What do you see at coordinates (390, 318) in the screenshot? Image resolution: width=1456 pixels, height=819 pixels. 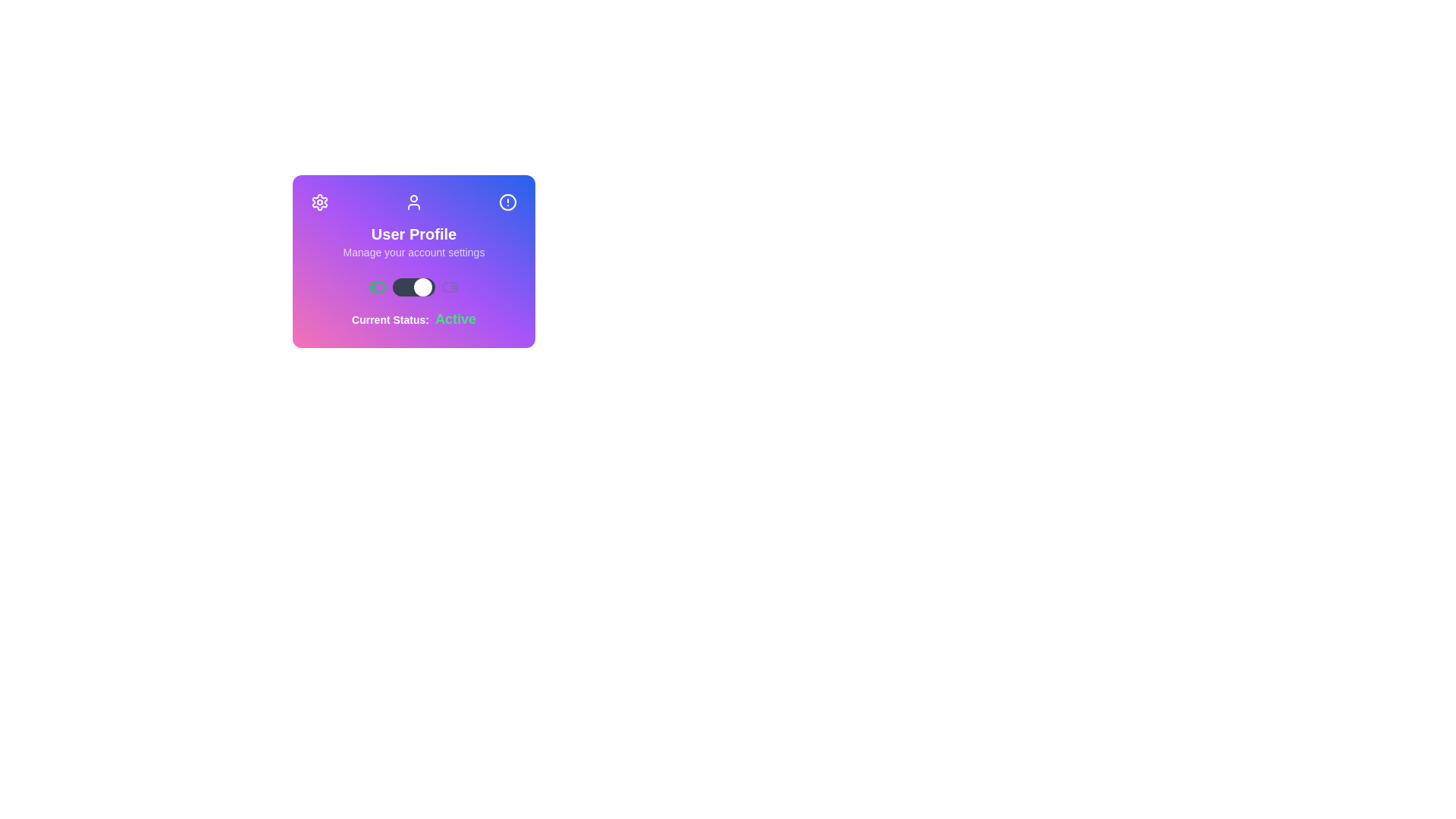 I see `the text label positioned in the bottom-left part of the 'User Profile' card that describes the status of the following text 'Active'` at bounding box center [390, 318].